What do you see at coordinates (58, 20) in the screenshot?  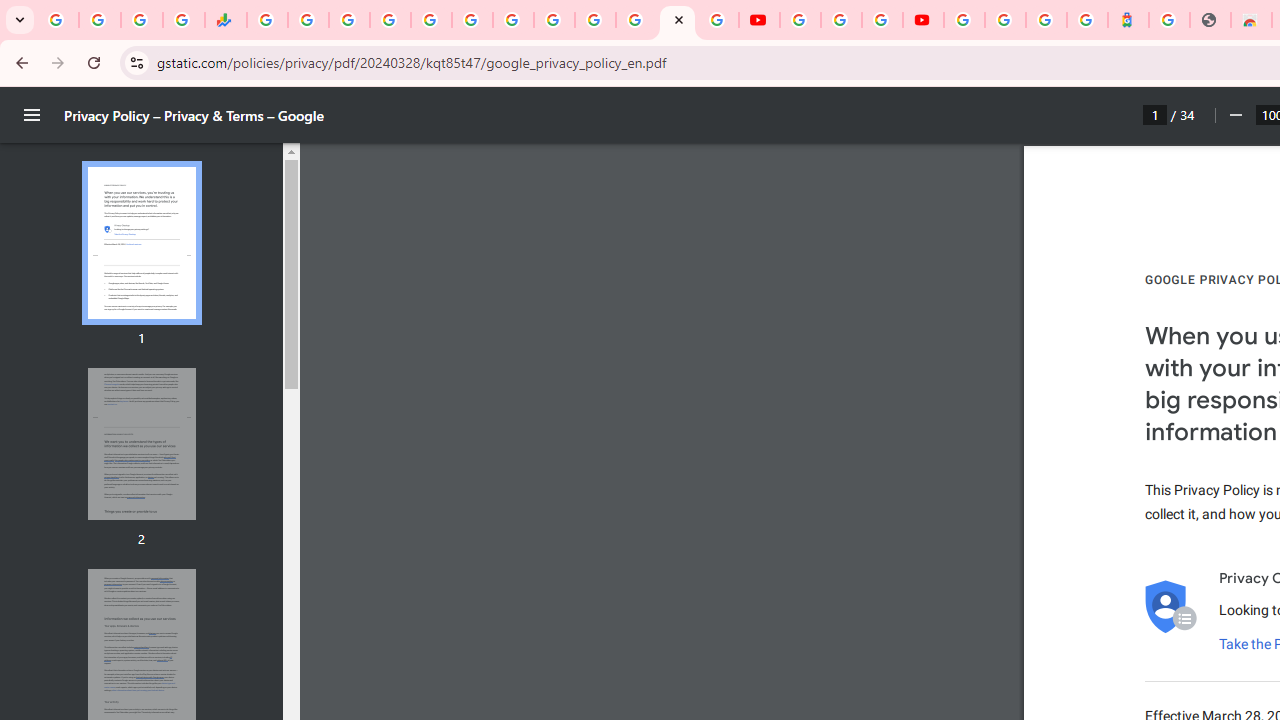 I see `'Google Workspace Admin Community'` at bounding box center [58, 20].